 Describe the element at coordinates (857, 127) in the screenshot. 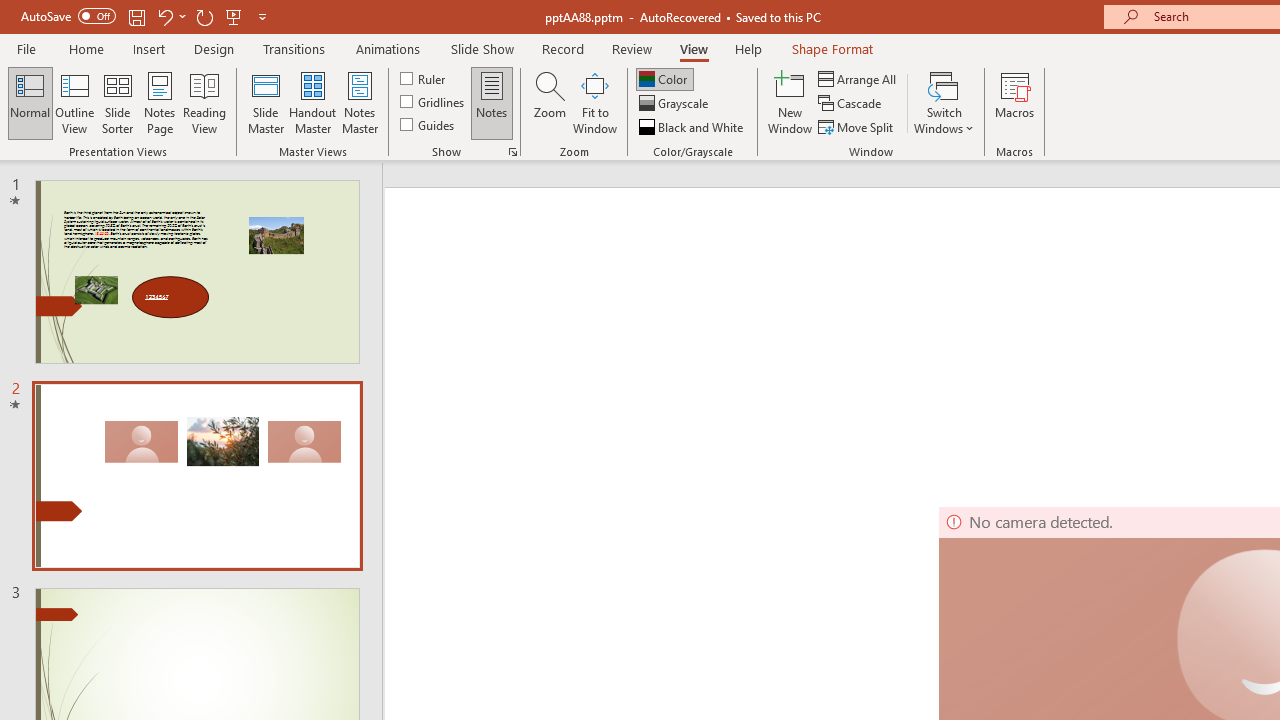

I see `'Move Split'` at that location.